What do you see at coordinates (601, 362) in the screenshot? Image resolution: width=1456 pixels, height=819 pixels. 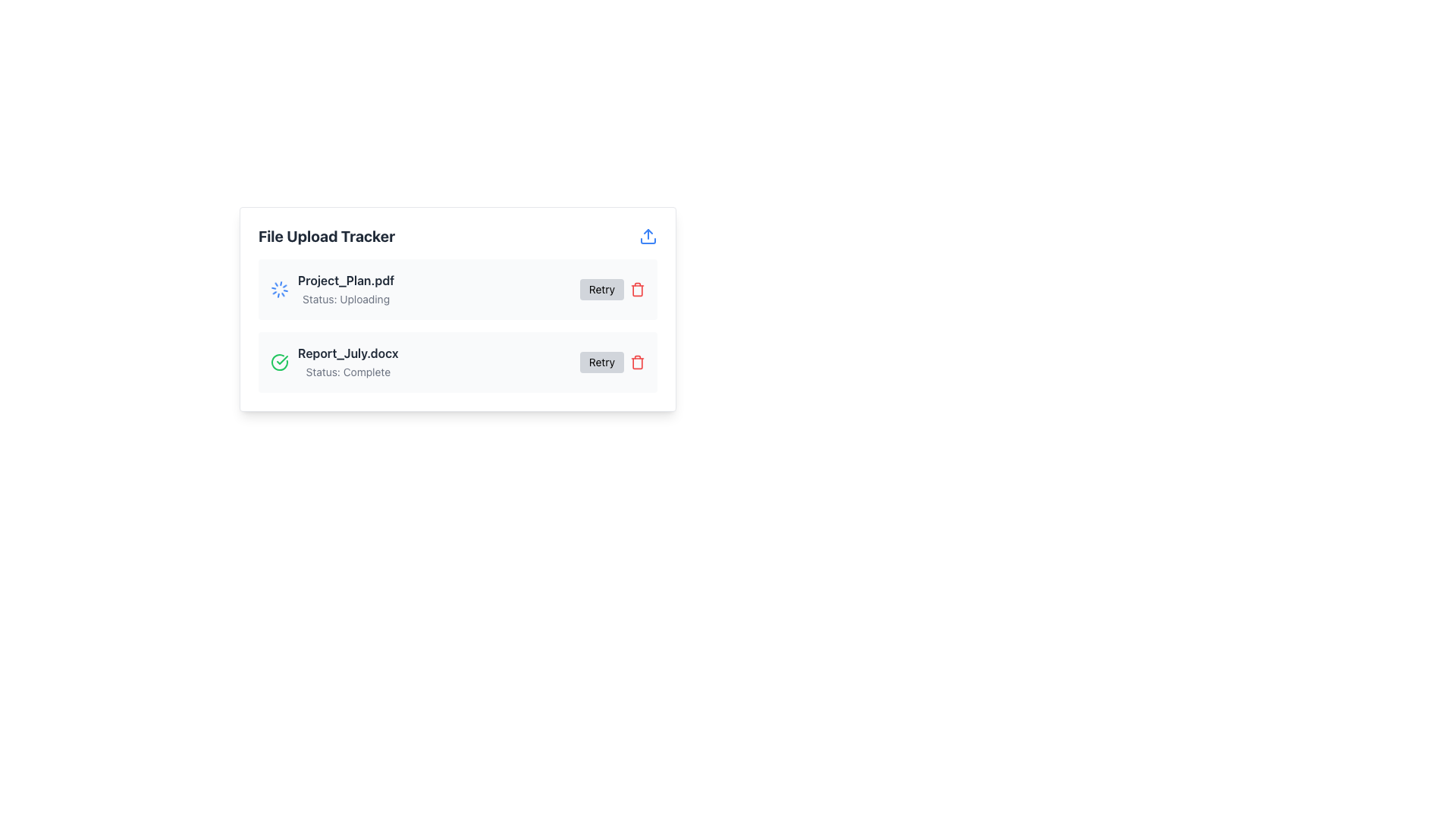 I see `the 'Retry' button, which is a rectangular button with rounded corners located in the second row of the file upload list, to the left of the red trash icon` at bounding box center [601, 362].